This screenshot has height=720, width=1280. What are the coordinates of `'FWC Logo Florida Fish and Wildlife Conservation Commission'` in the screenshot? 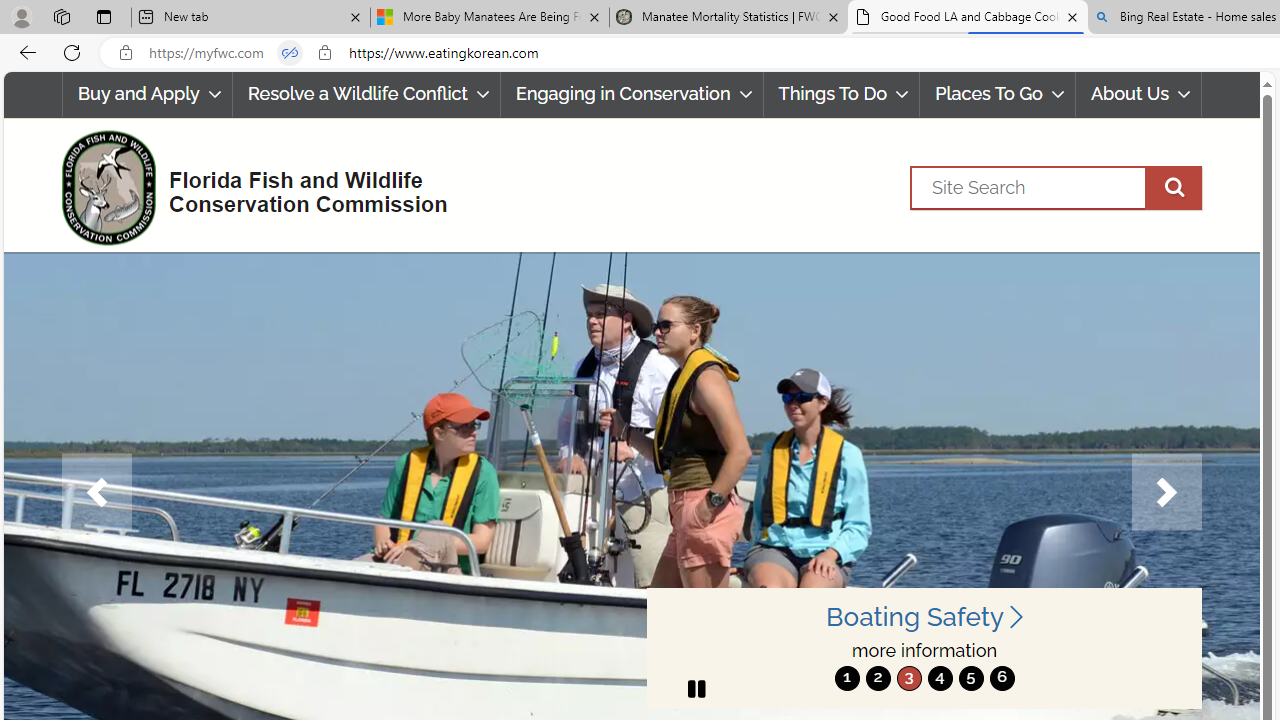 It's located at (245, 185).